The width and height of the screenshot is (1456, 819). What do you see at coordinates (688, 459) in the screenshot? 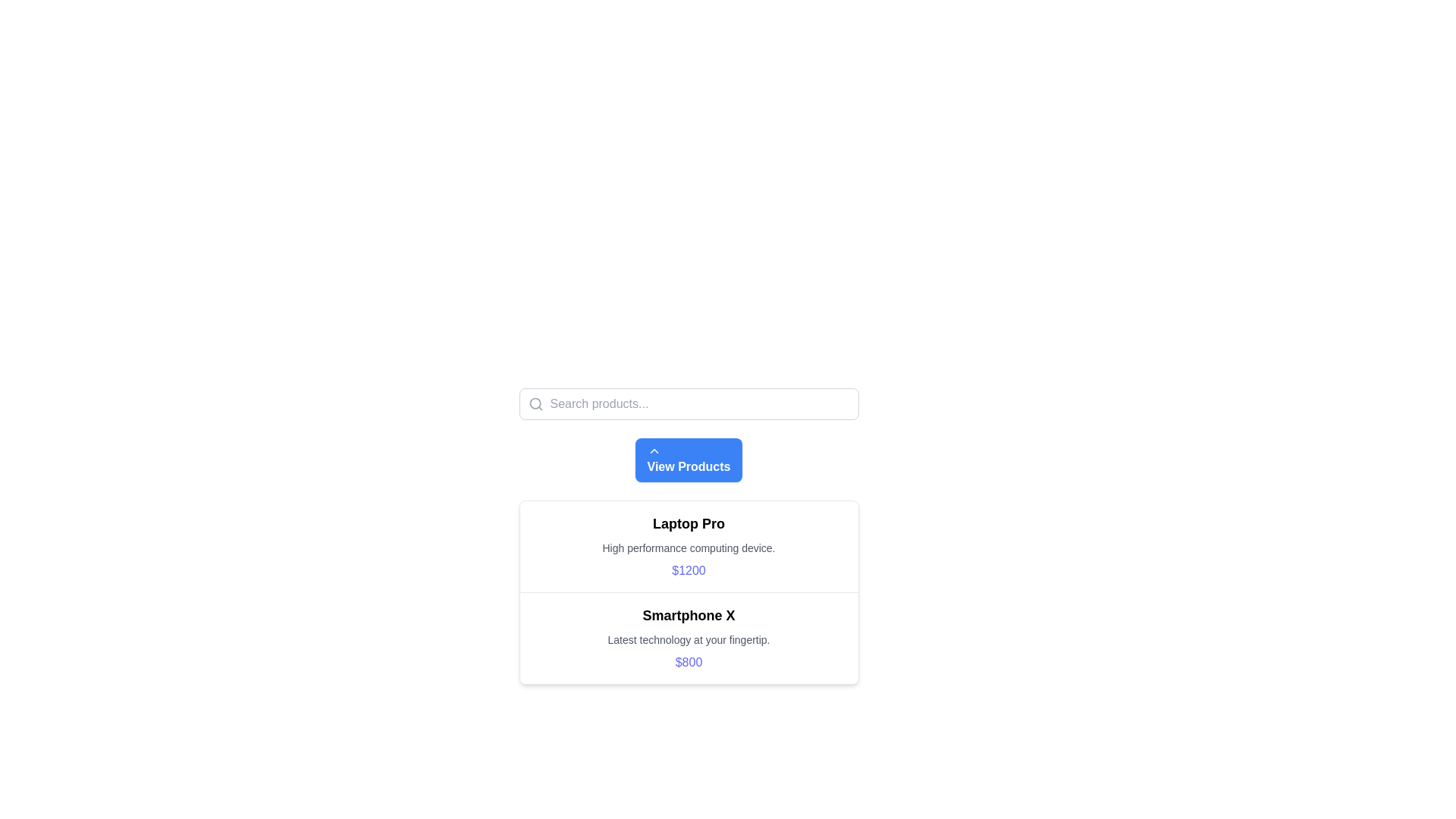
I see `the button positioned below the search bar and above the list of product descriptions to potentially reveal a tooltip` at bounding box center [688, 459].